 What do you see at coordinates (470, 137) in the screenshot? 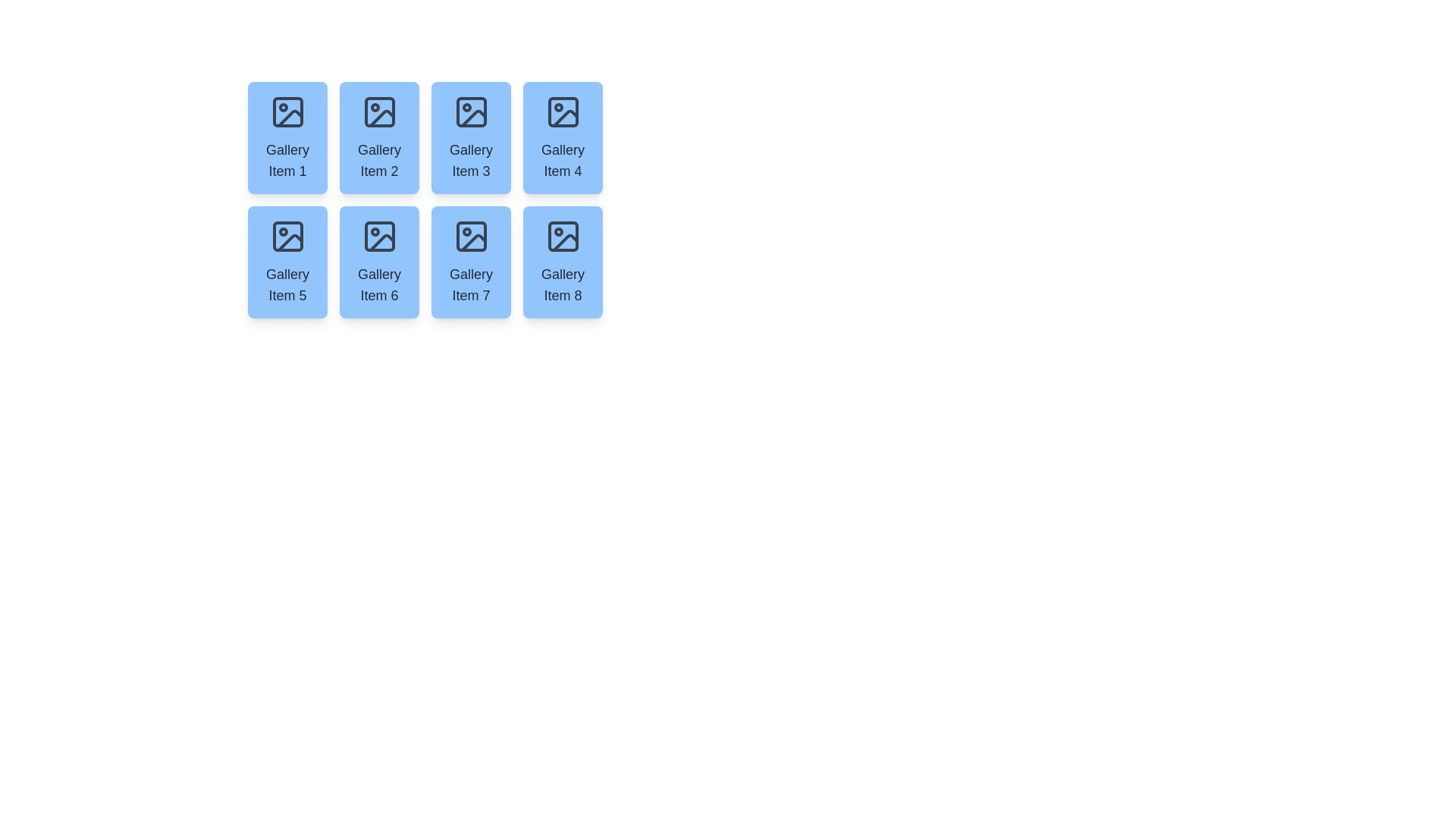
I see `the Static display card featuring a light blue background and the text 'Gallery Item 3', located in the top row of the grid layout, third position from the left` at bounding box center [470, 137].